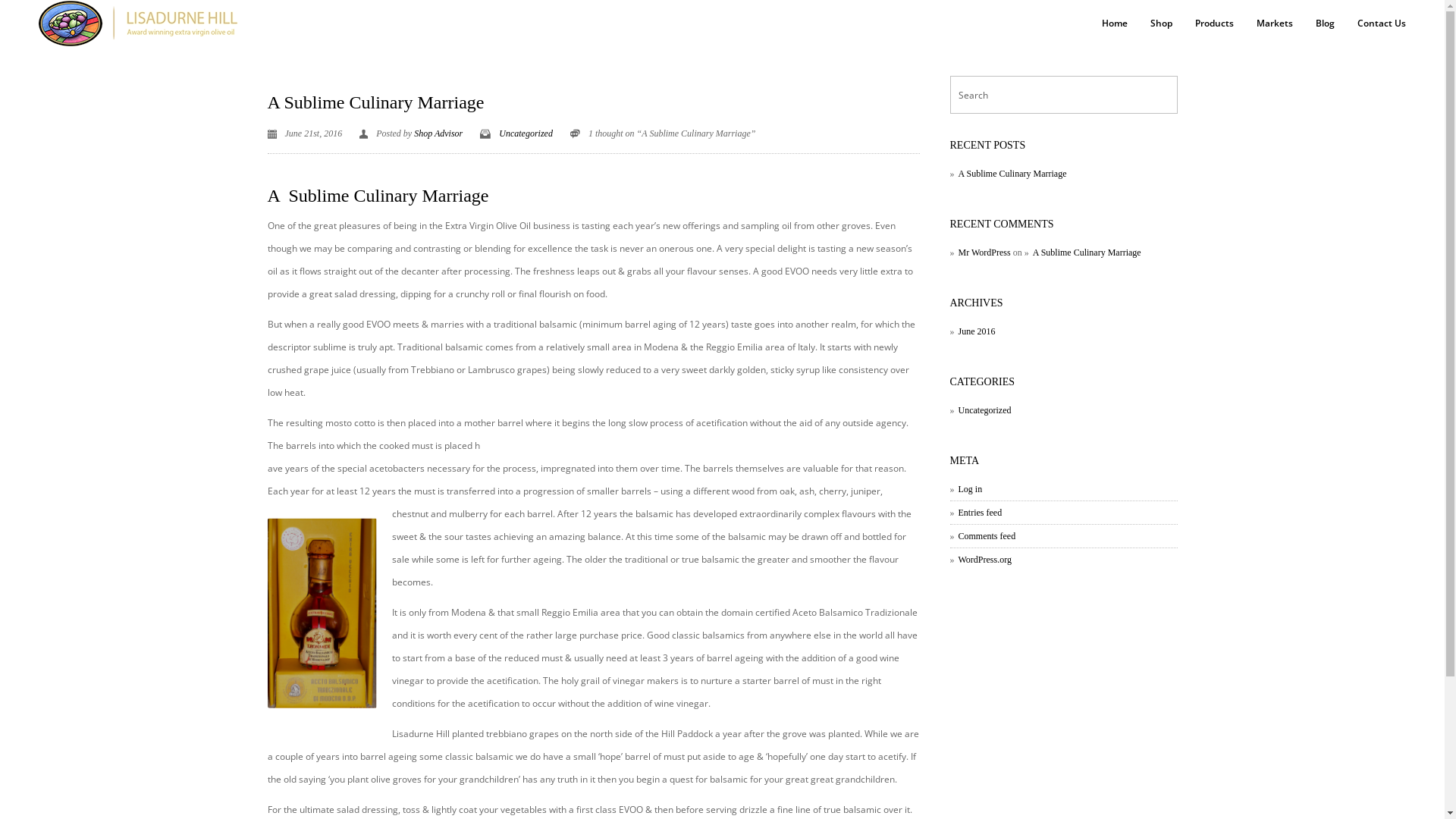  Describe the element at coordinates (980, 559) in the screenshot. I see `'WordPress.org'` at that location.